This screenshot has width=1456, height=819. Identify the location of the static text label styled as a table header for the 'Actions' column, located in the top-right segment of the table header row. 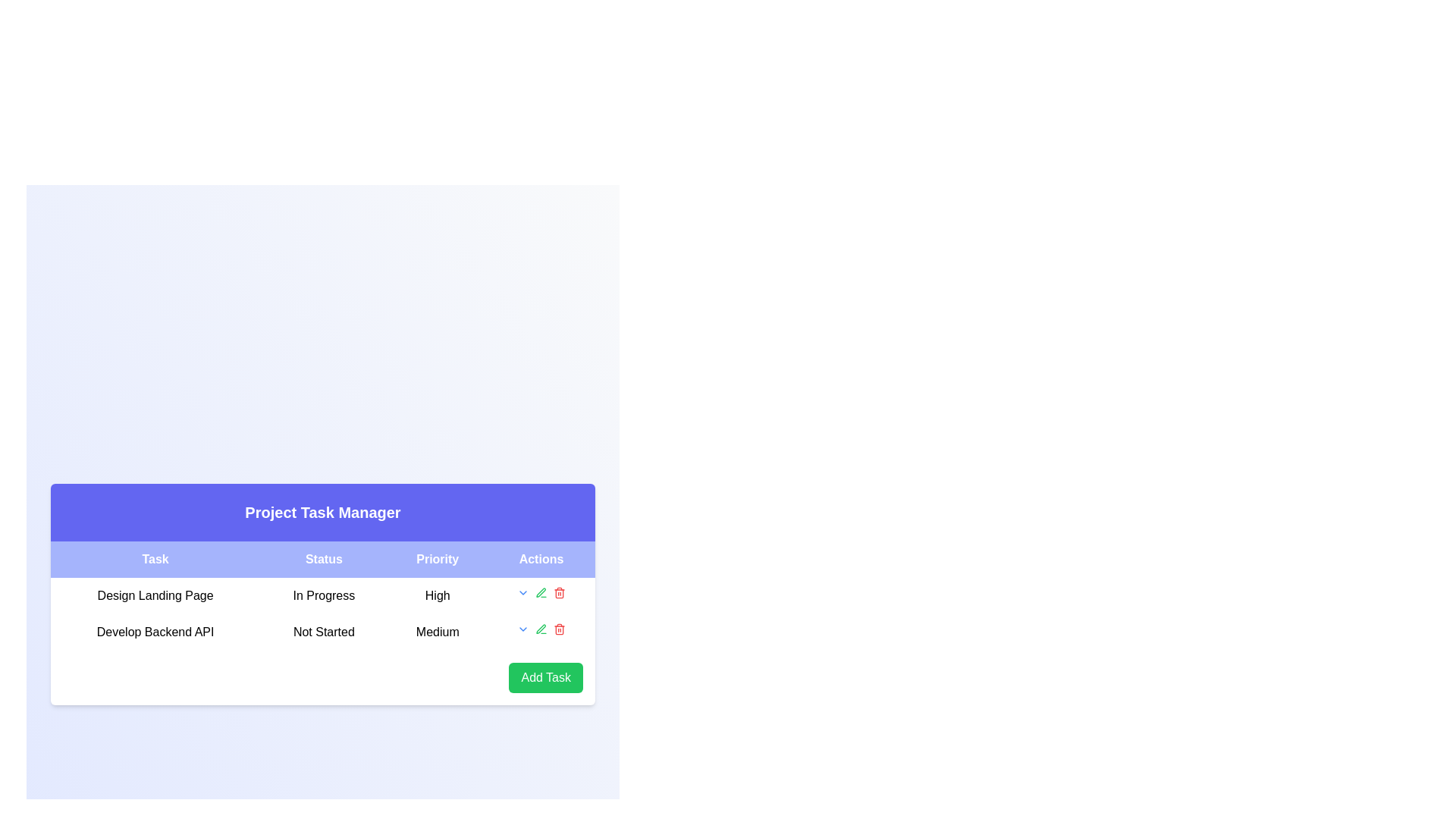
(541, 559).